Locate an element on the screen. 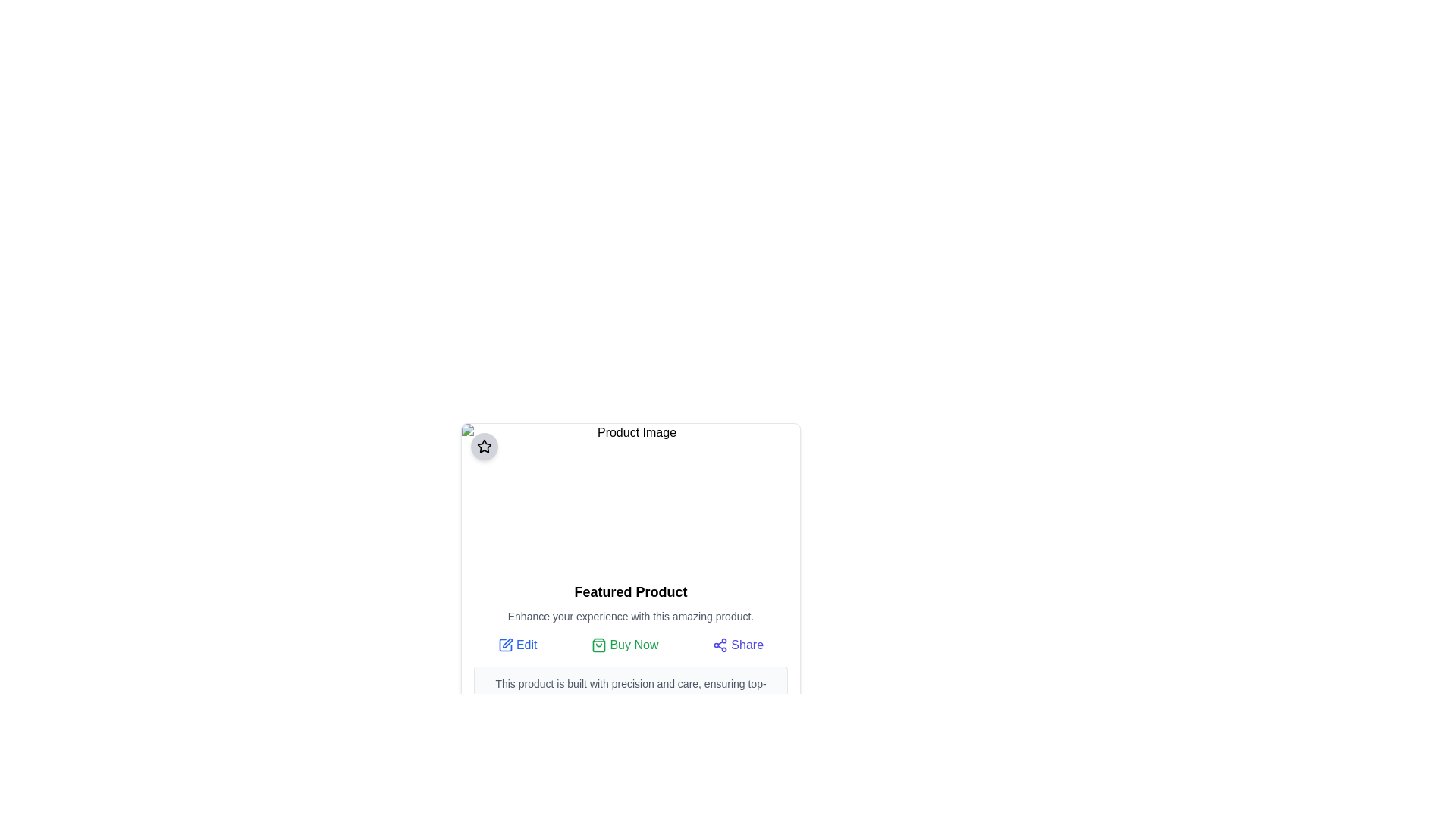 Image resolution: width=1456 pixels, height=819 pixels. the green 'Buy Now' button with a shopping bag icon located centrally in the button group 'Edit Buy Now Share' to initiate purchase is located at coordinates (625, 645).